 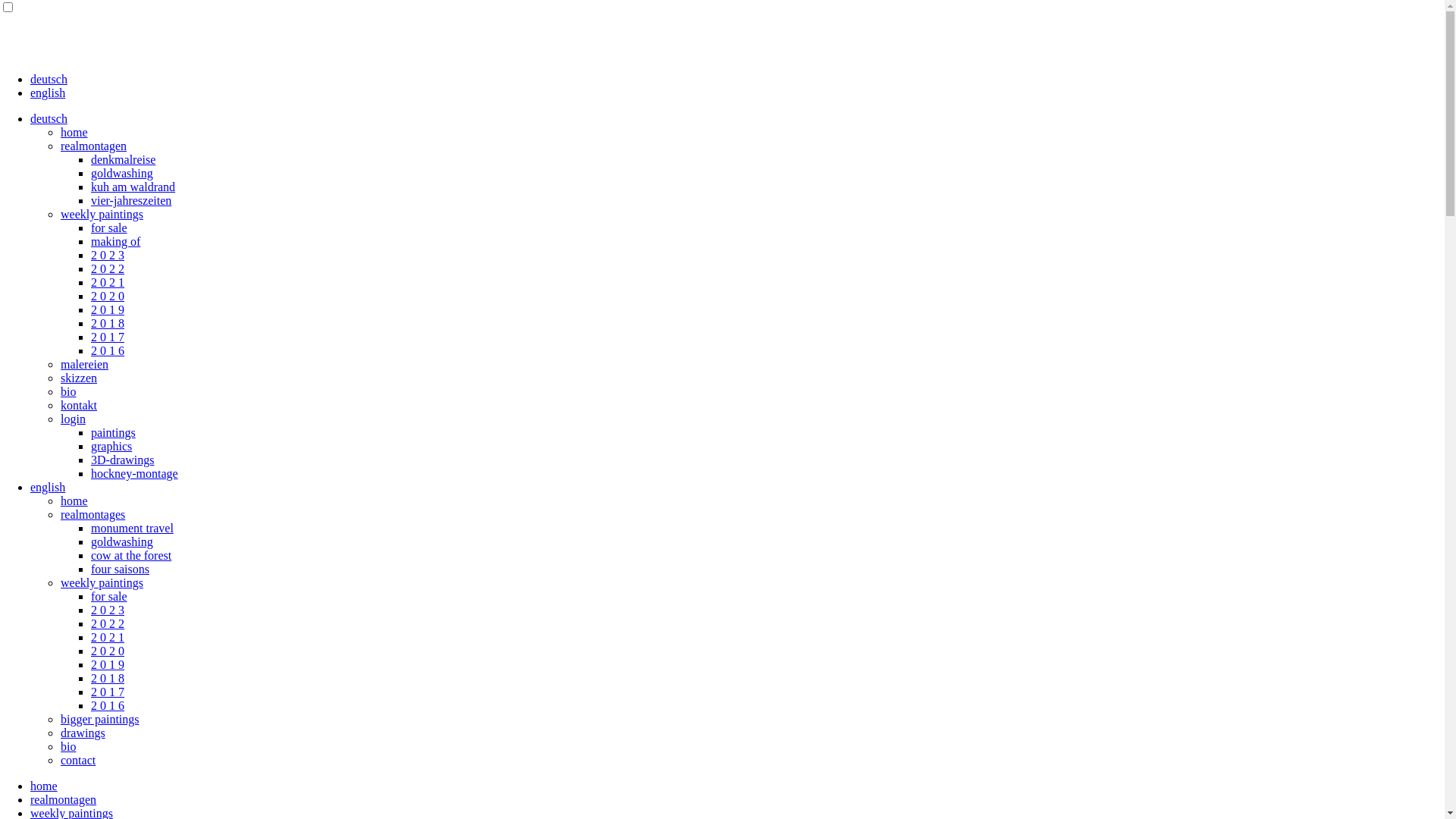 I want to click on 'hockney-montage', so click(x=134, y=472).